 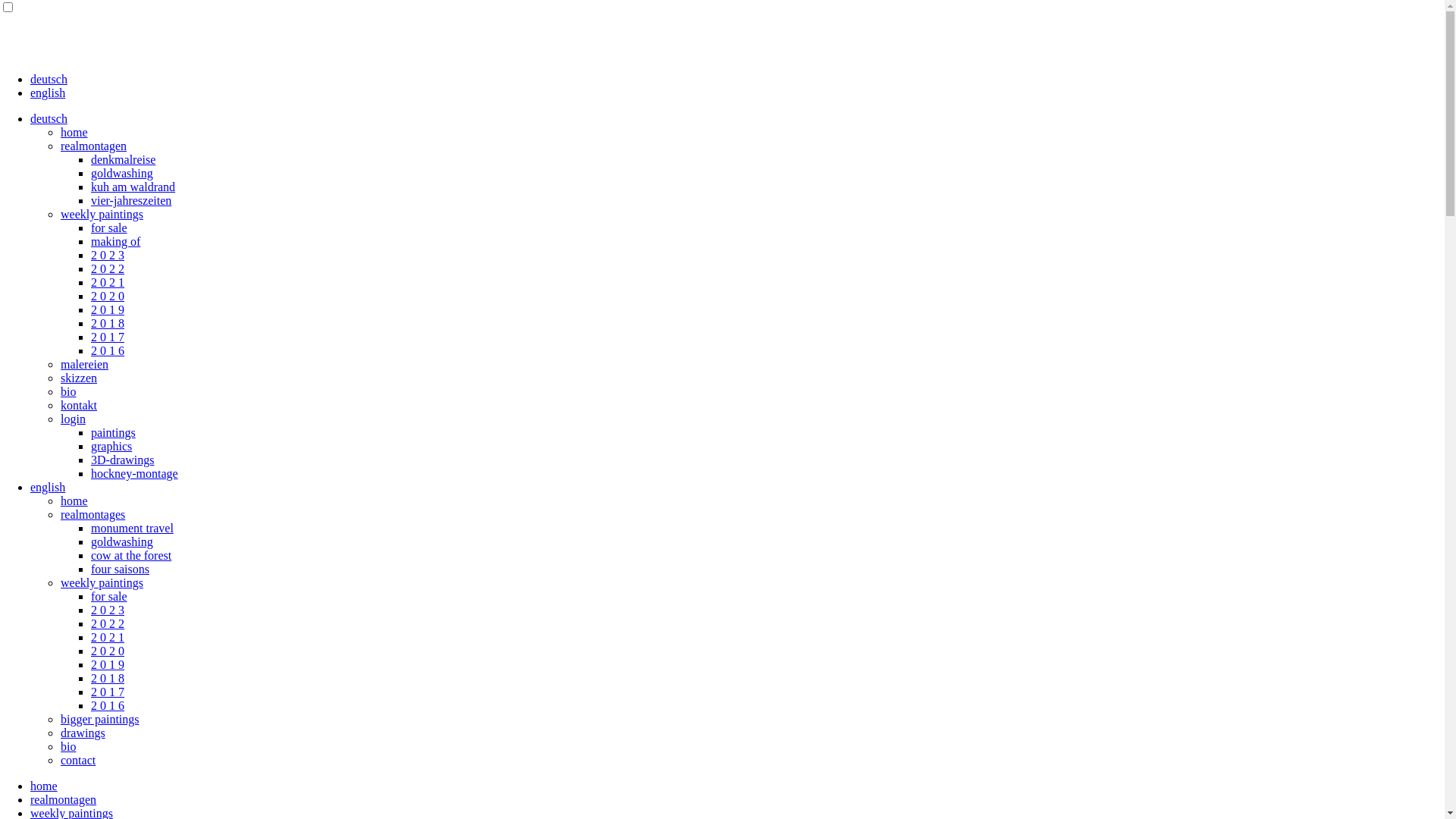 I want to click on 'hockney-montage', so click(x=134, y=472).